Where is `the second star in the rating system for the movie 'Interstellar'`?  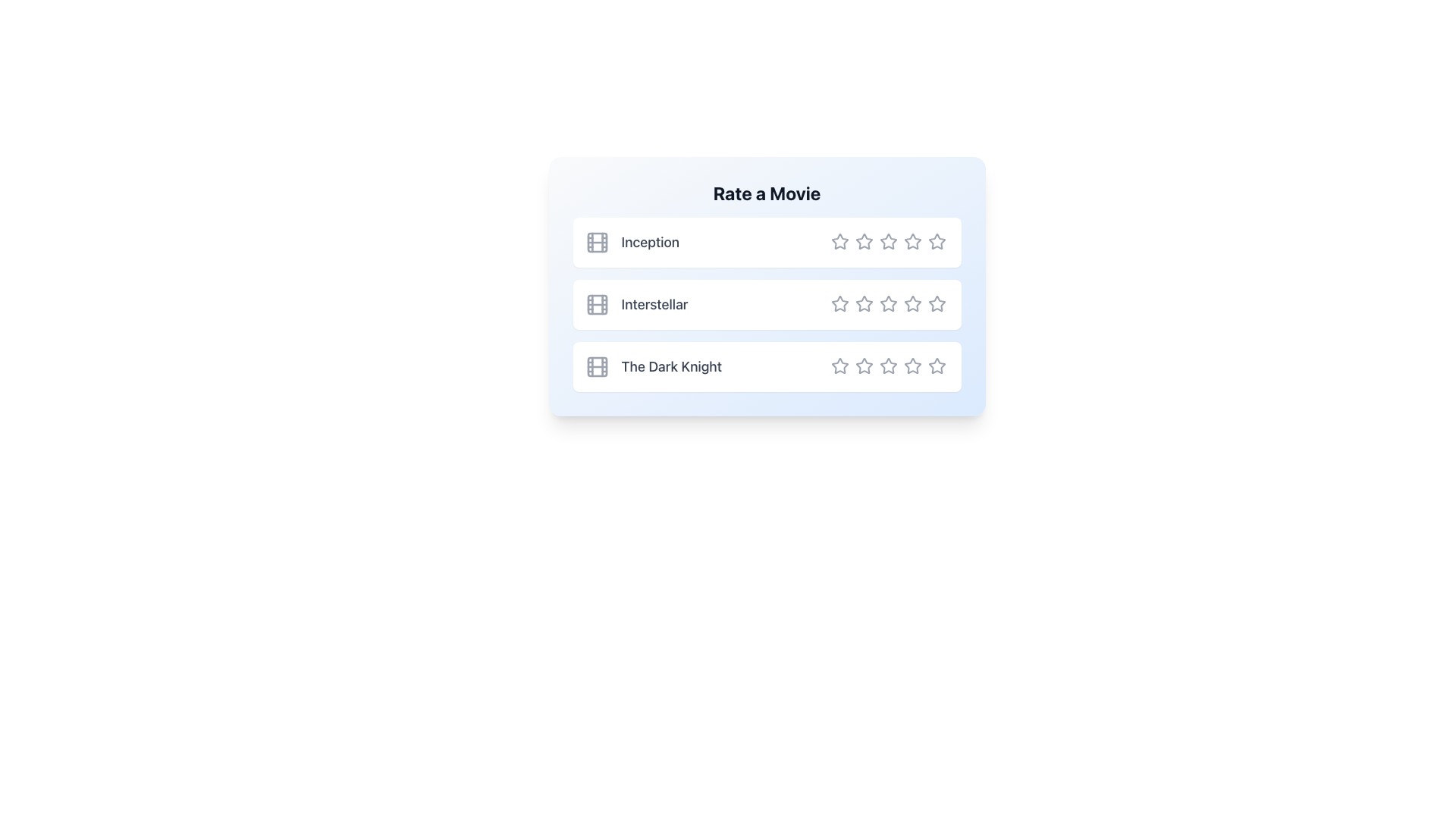
the second star in the rating system for the movie 'Interstellar' is located at coordinates (839, 303).